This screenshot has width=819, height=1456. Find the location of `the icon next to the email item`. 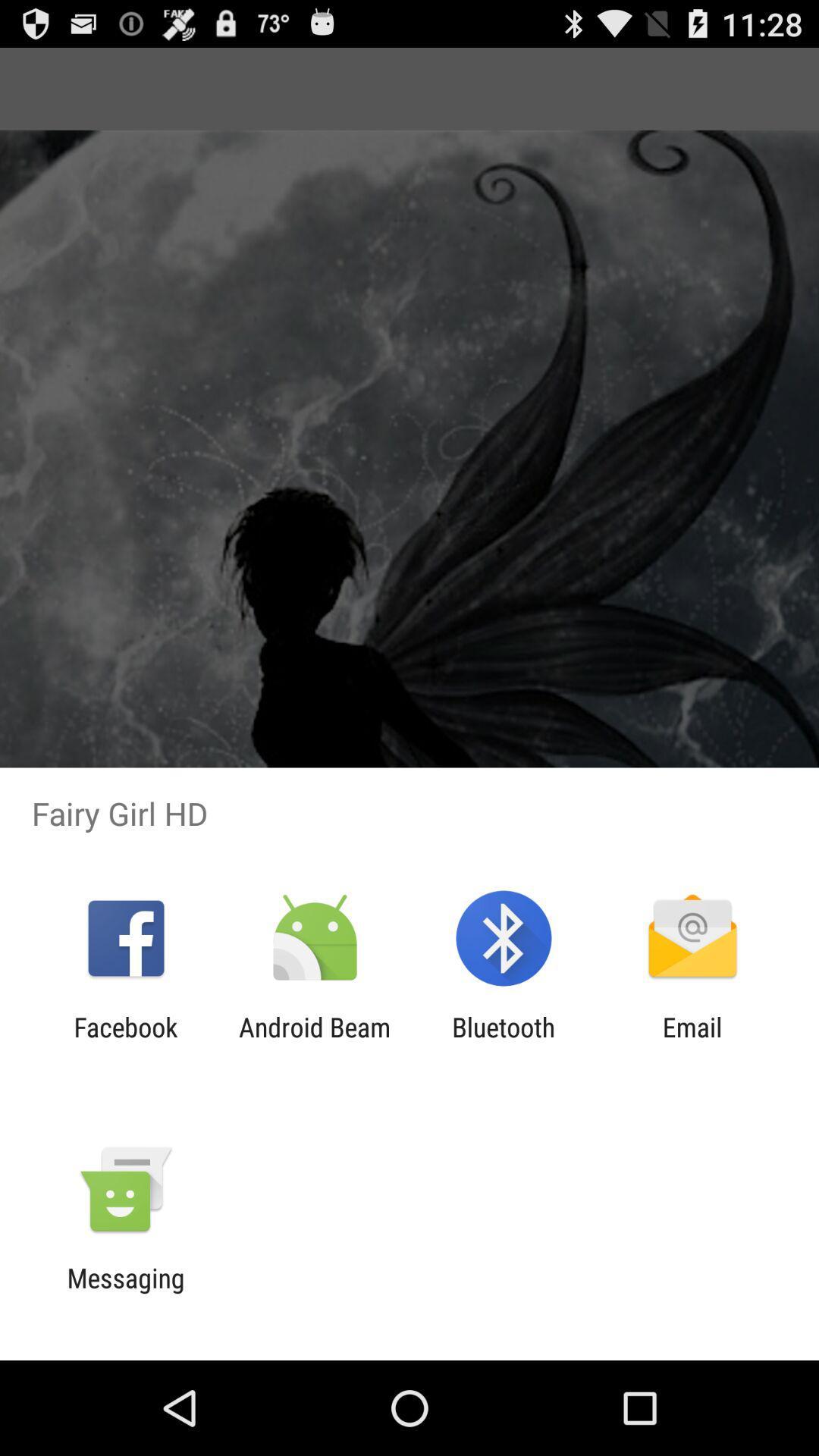

the icon next to the email item is located at coordinates (504, 1042).